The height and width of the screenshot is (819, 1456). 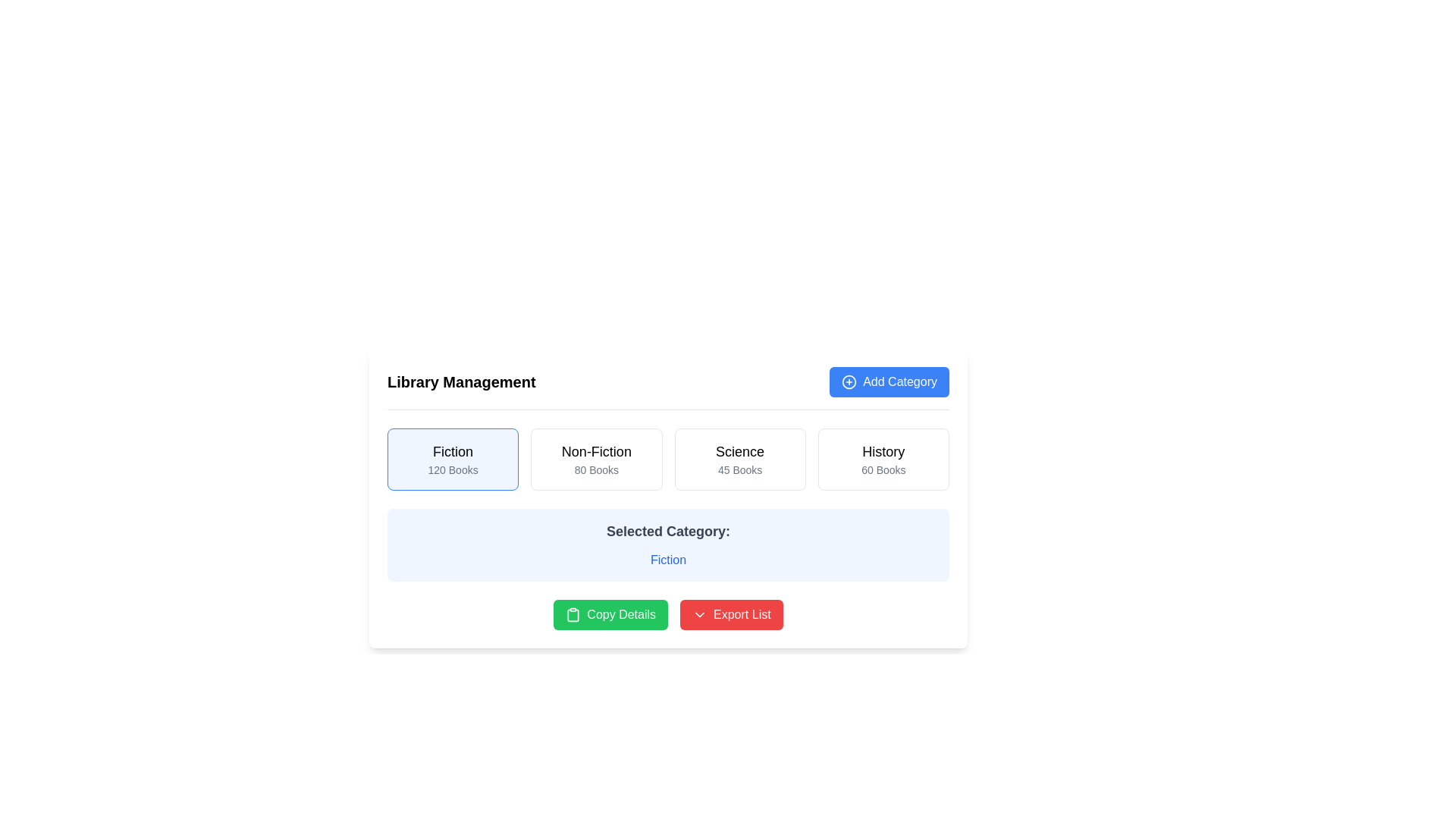 I want to click on the green button labeled 'Copy Details', so click(x=621, y=614).